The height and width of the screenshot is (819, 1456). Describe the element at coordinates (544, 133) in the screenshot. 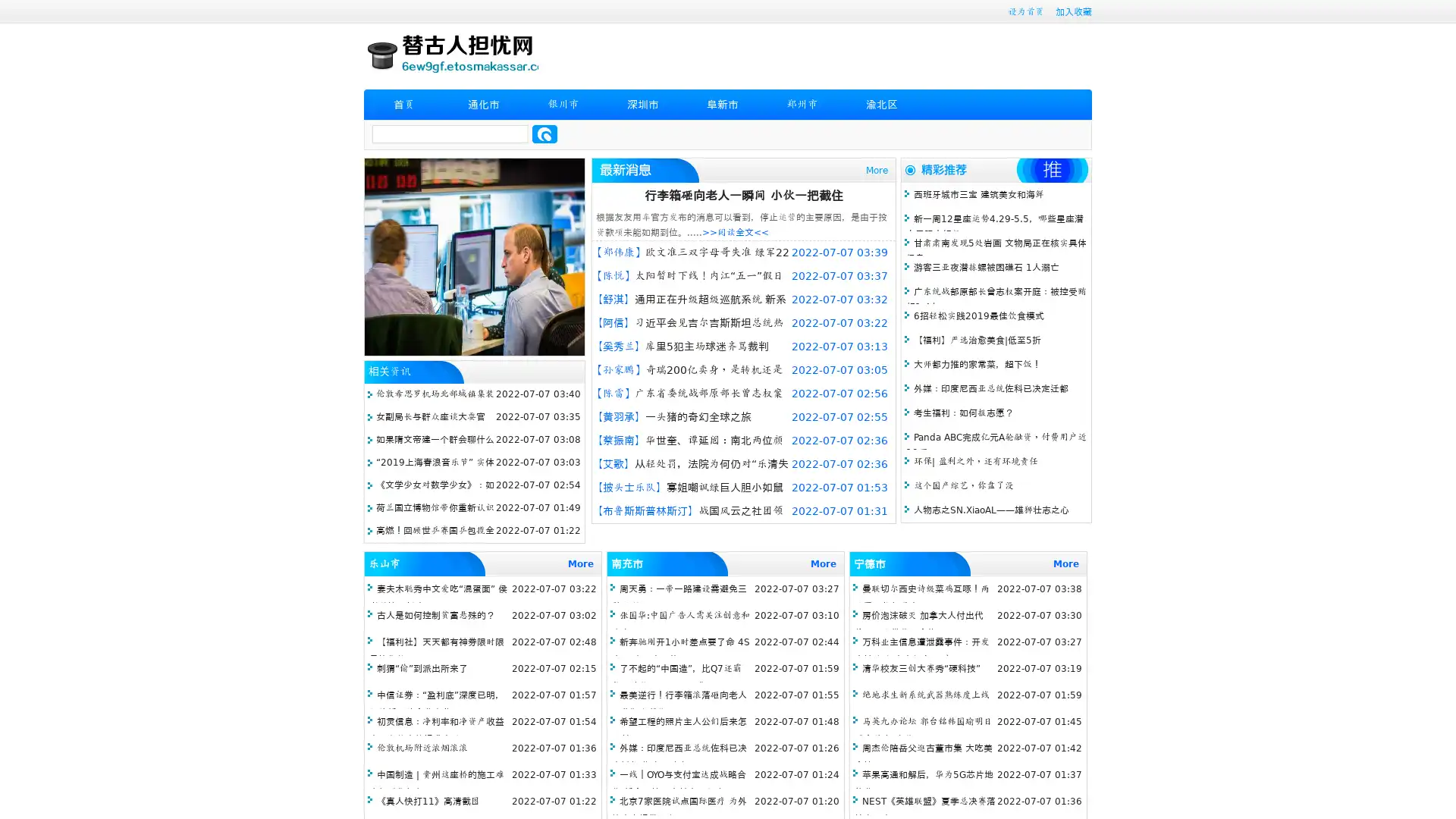

I see `Search` at that location.